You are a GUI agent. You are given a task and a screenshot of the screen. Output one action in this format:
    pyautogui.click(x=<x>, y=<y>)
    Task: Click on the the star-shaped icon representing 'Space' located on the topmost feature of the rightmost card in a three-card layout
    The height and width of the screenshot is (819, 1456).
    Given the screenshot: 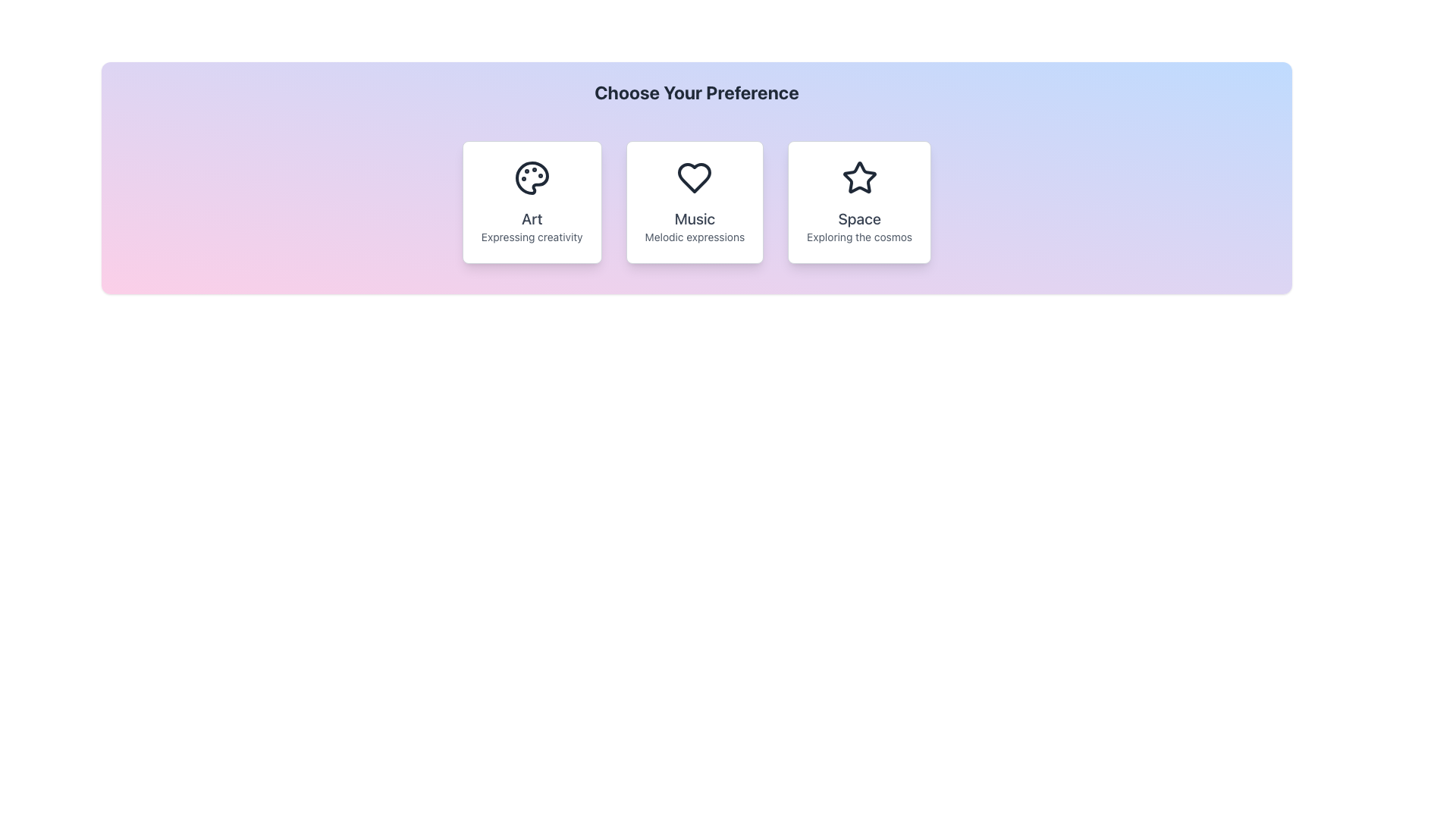 What is the action you would take?
    pyautogui.click(x=859, y=177)
    